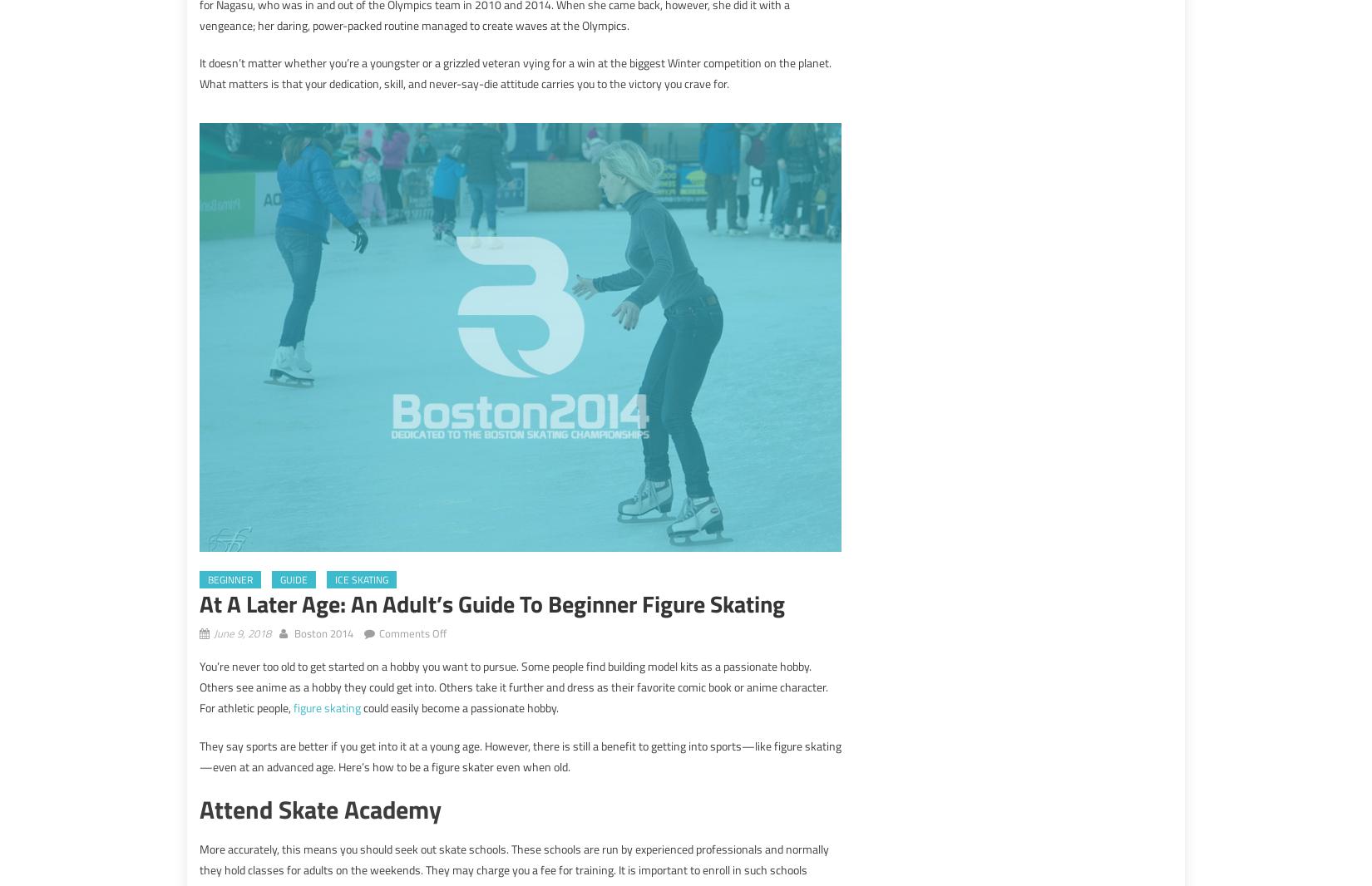  Describe the element at coordinates (327, 707) in the screenshot. I see `'figure skating'` at that location.